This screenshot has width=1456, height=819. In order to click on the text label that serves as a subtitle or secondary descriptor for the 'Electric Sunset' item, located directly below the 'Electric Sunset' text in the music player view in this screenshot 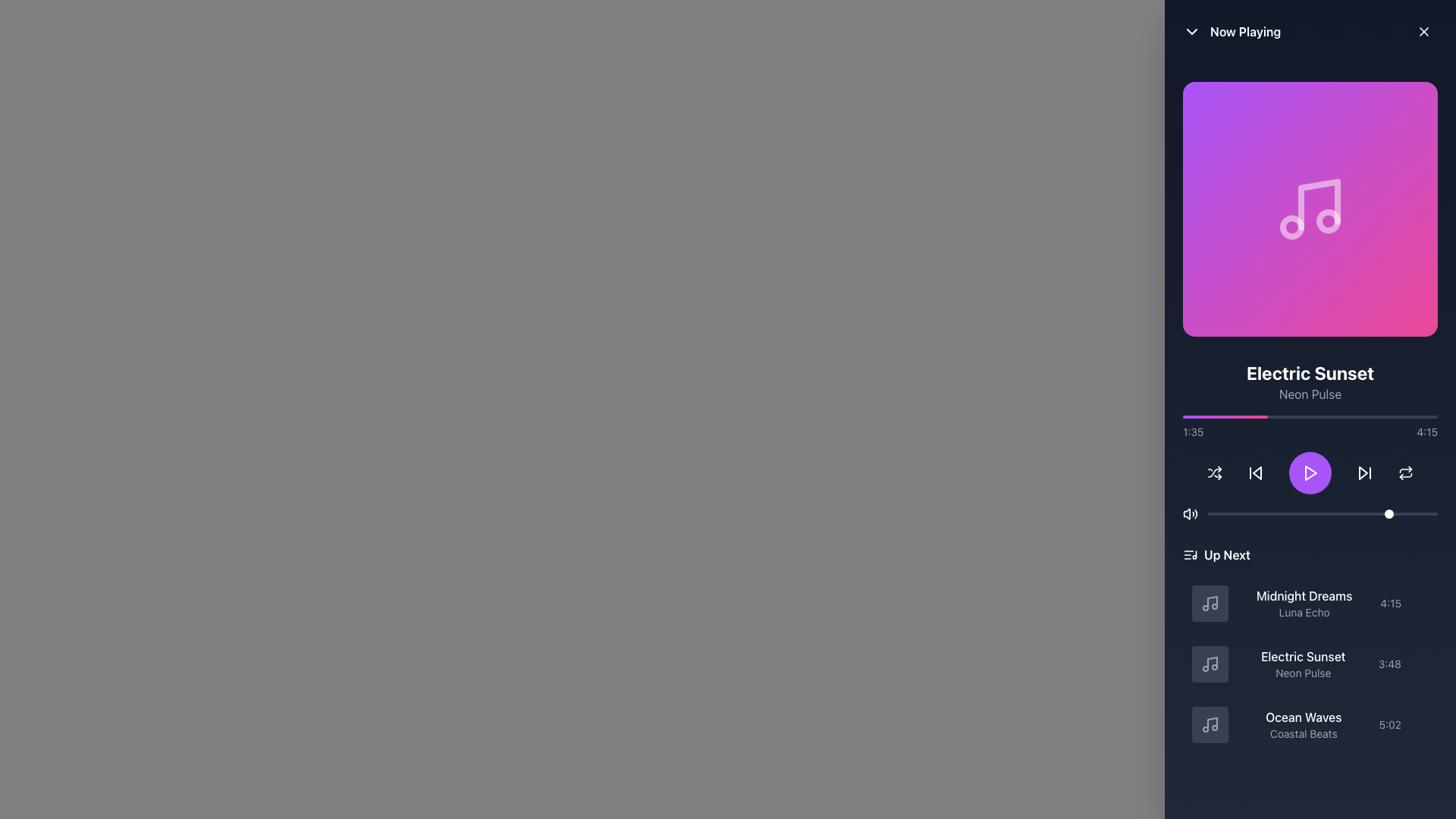, I will do `click(1310, 394)`.